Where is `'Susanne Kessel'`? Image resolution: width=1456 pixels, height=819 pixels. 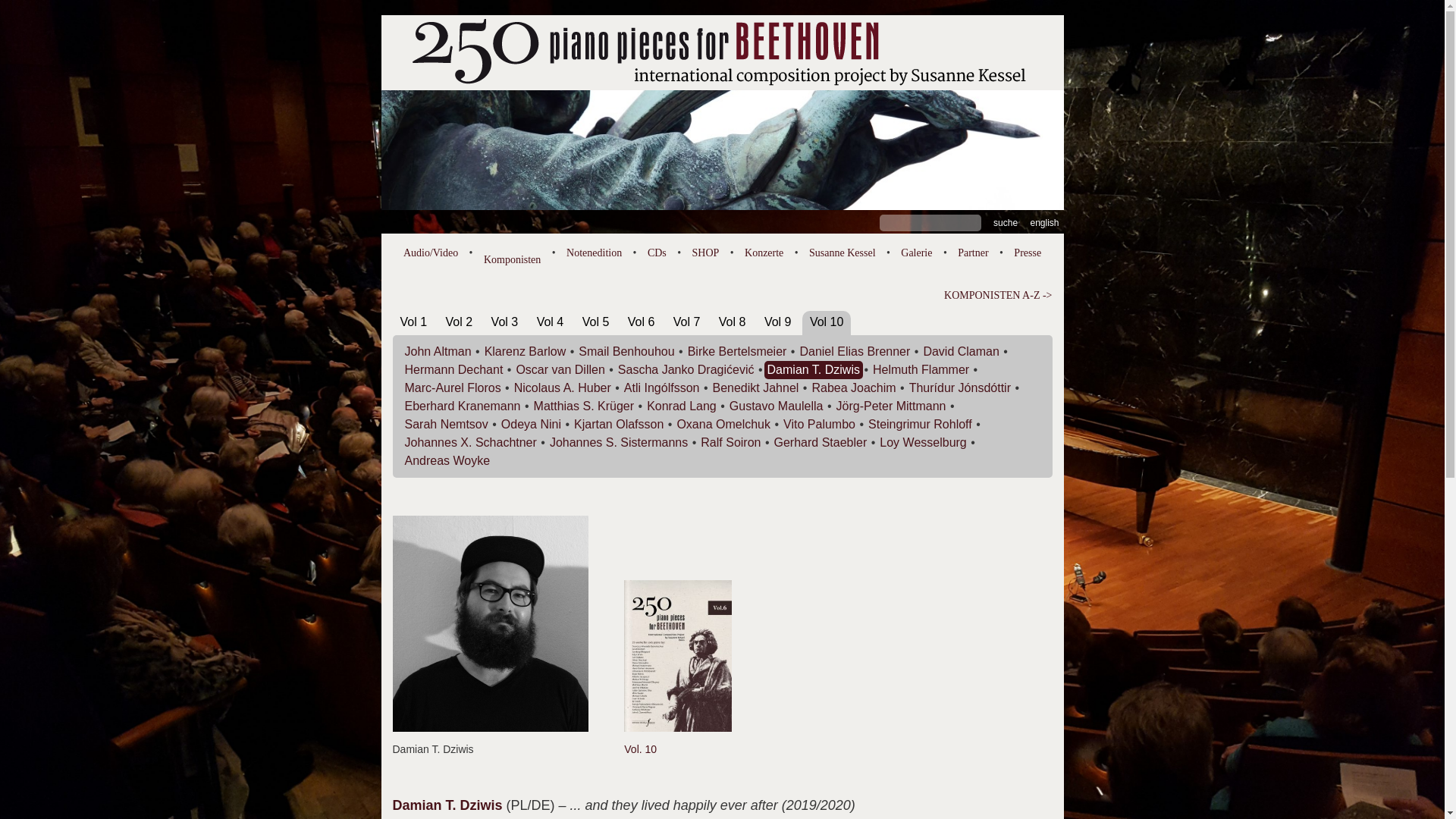
'Susanne Kessel' is located at coordinates (841, 252).